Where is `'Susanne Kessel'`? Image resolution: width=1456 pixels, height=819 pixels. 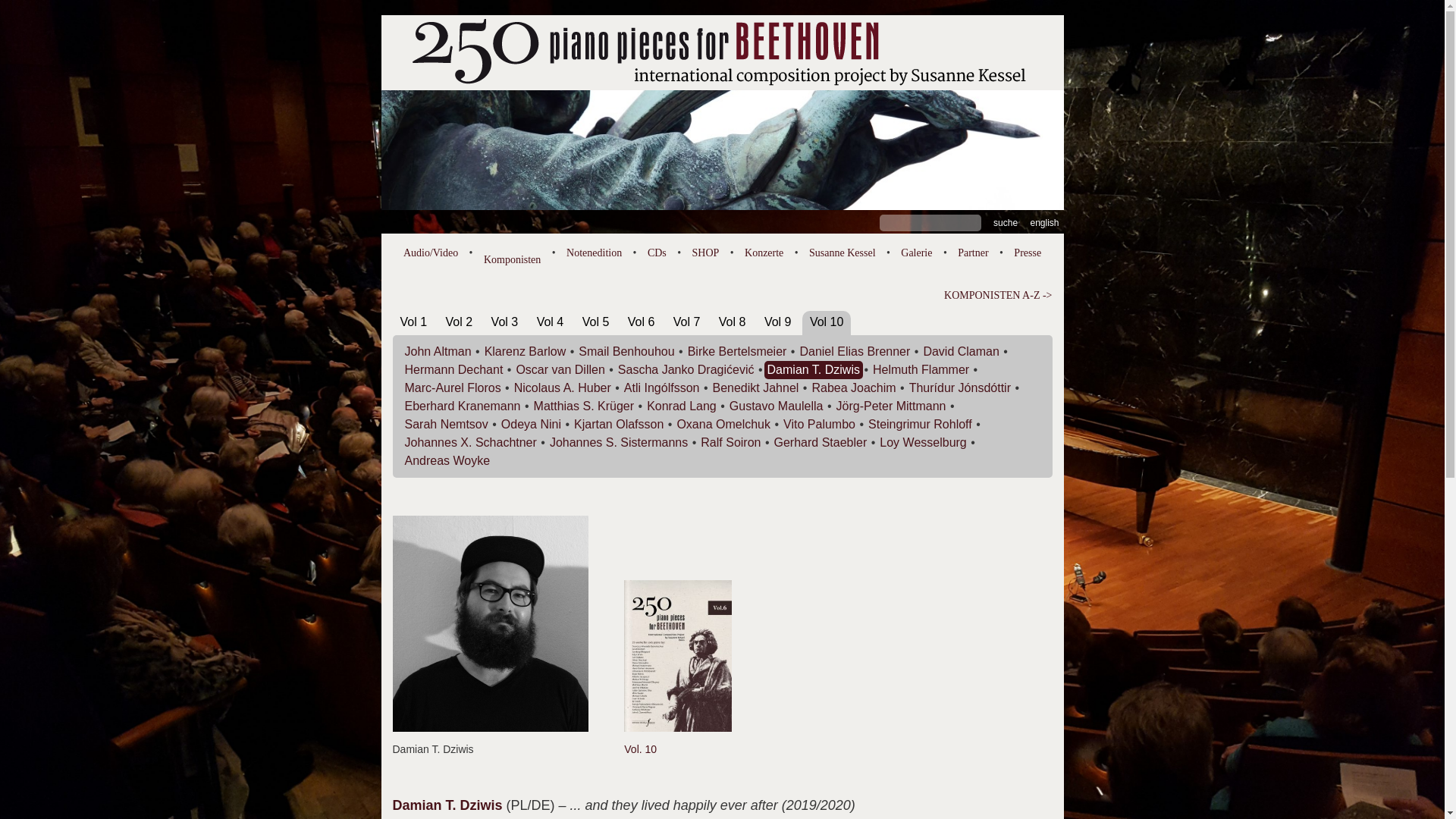
'Susanne Kessel' is located at coordinates (841, 252).